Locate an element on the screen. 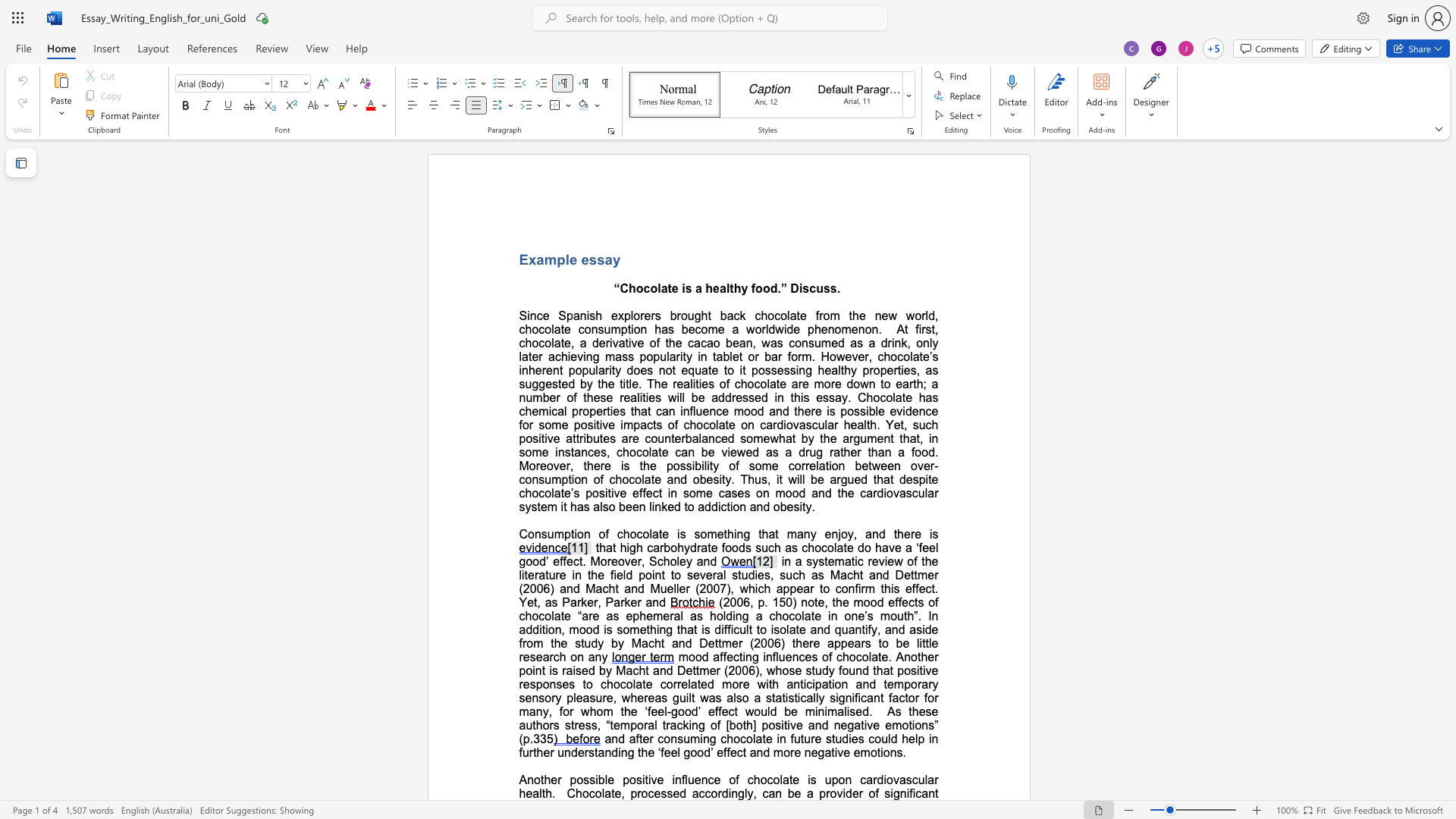 Image resolution: width=1456 pixels, height=819 pixels. the space between the continuous character "e" and "s" in the text is located at coordinates (609, 438).